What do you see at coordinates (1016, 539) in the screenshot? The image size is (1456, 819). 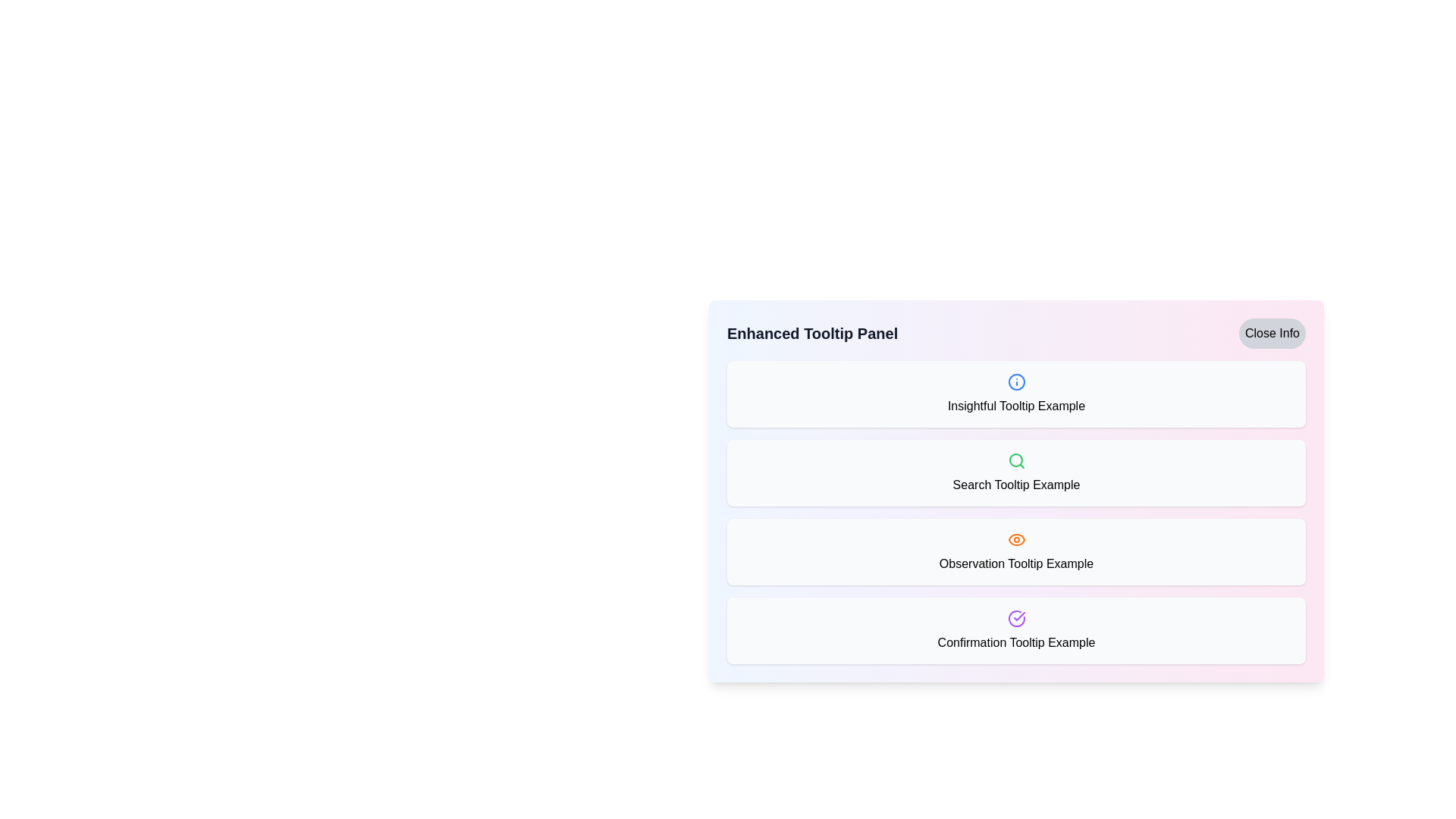 I see `the decorative Icon component within the third tooltip example option in the Enhanced Tooltip Panel` at bounding box center [1016, 539].